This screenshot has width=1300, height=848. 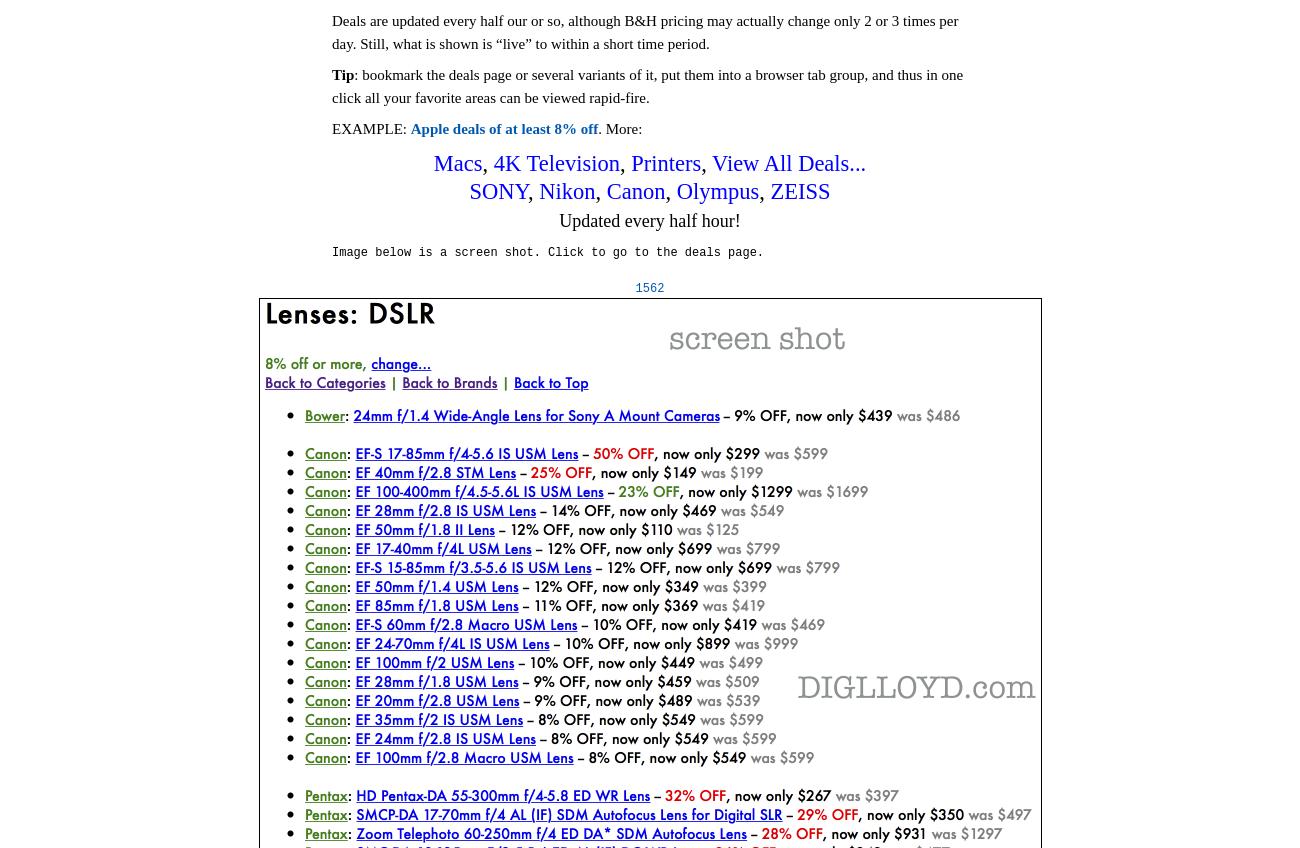 What do you see at coordinates (566, 191) in the screenshot?
I see `'Nikon'` at bounding box center [566, 191].